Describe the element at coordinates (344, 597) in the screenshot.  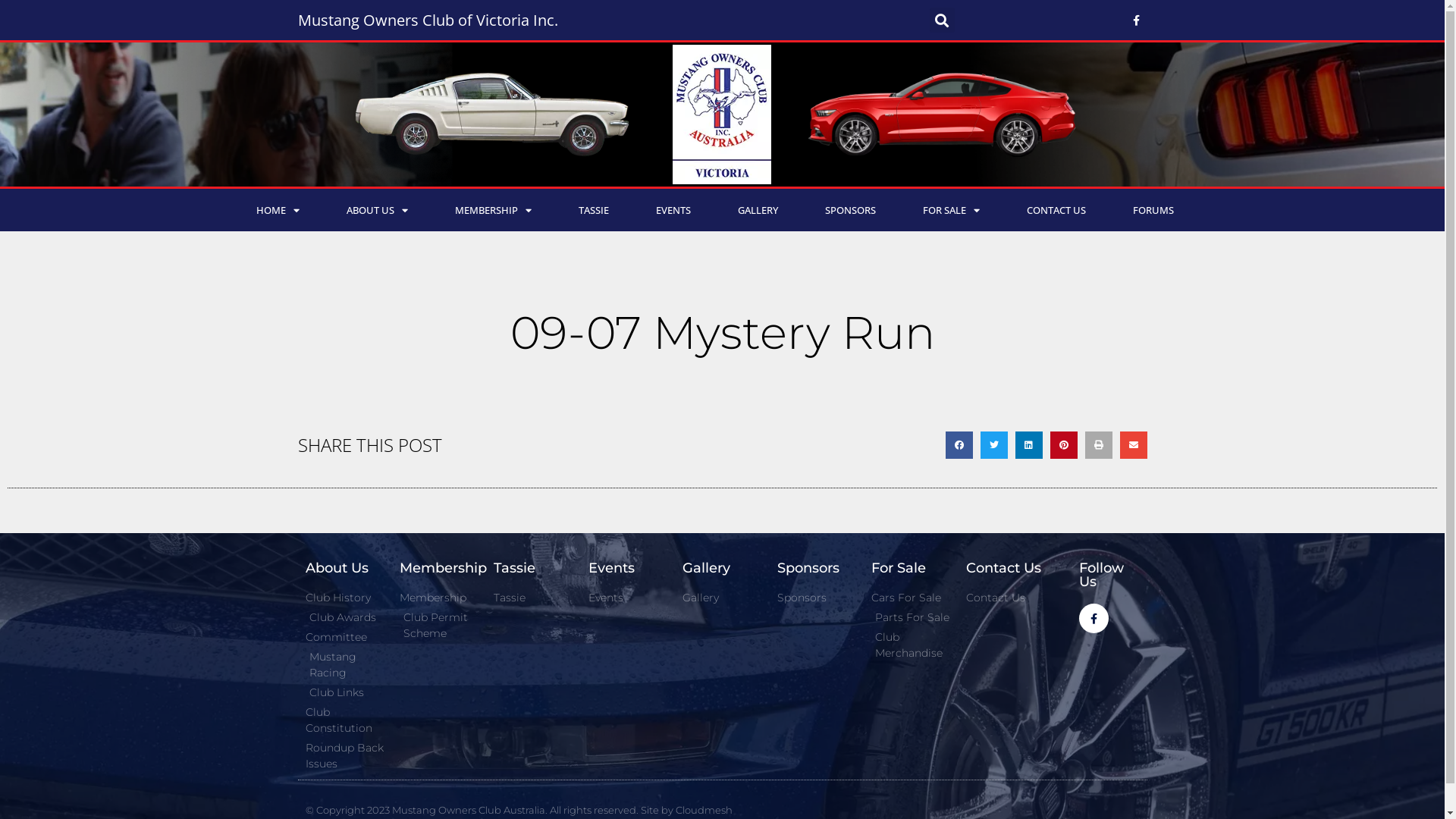
I see `'Club History'` at that location.